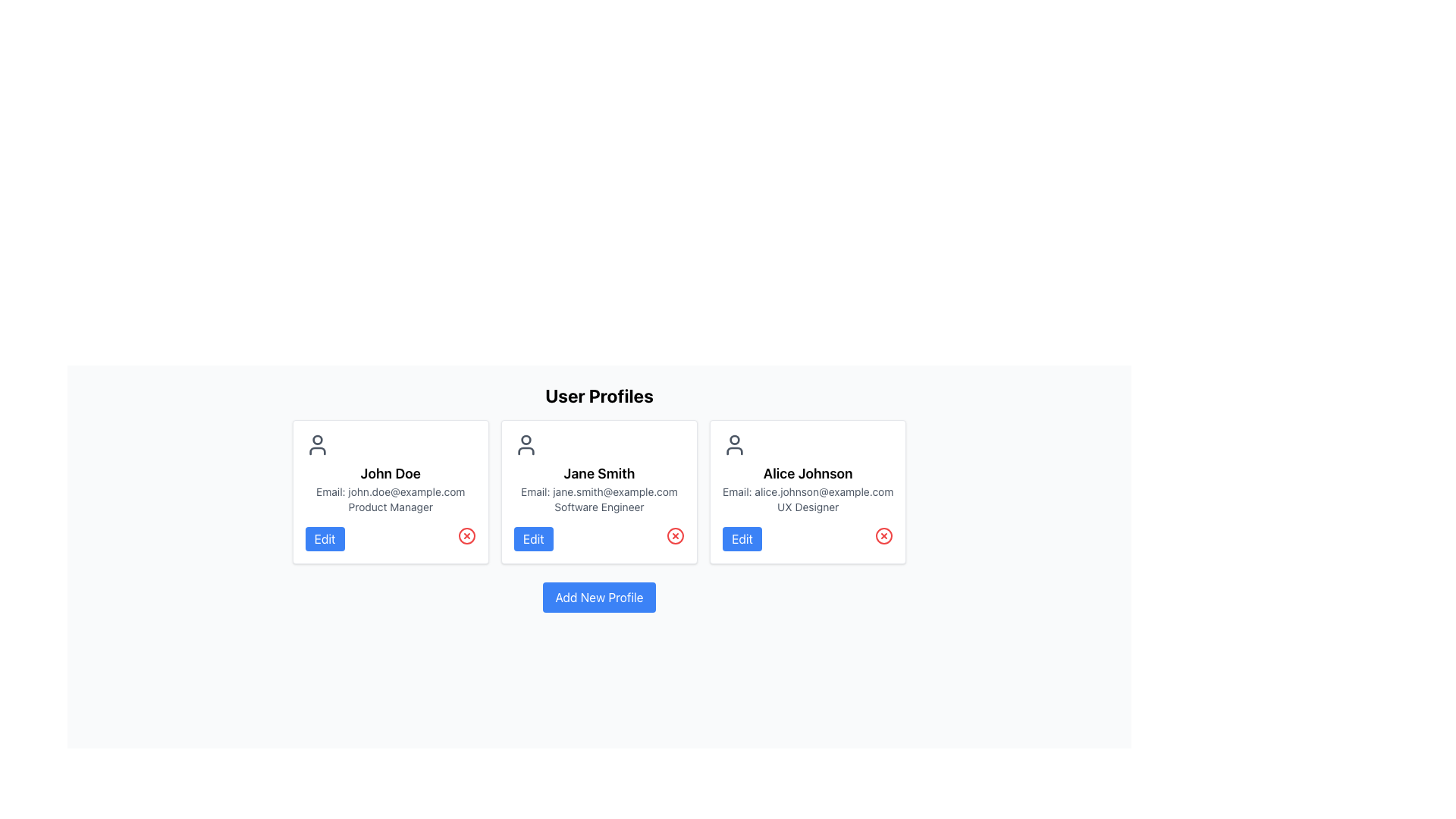  What do you see at coordinates (391, 507) in the screenshot?
I see `the third text row indicating the role of the user John Doe within the first user profile card on the leftmost side of the interface` at bounding box center [391, 507].